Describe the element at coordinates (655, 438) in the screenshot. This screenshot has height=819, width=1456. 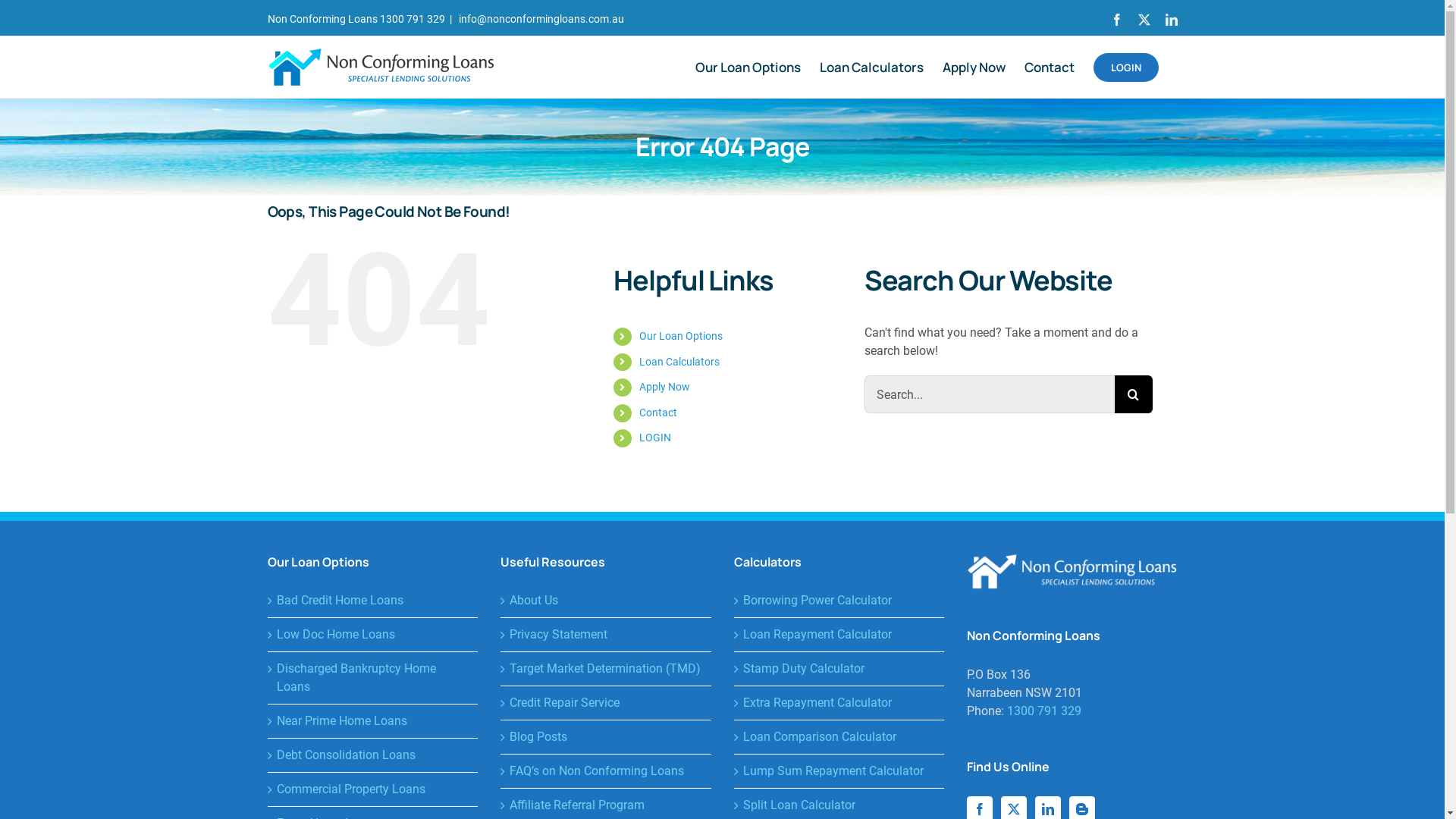
I see `'LOGIN'` at that location.